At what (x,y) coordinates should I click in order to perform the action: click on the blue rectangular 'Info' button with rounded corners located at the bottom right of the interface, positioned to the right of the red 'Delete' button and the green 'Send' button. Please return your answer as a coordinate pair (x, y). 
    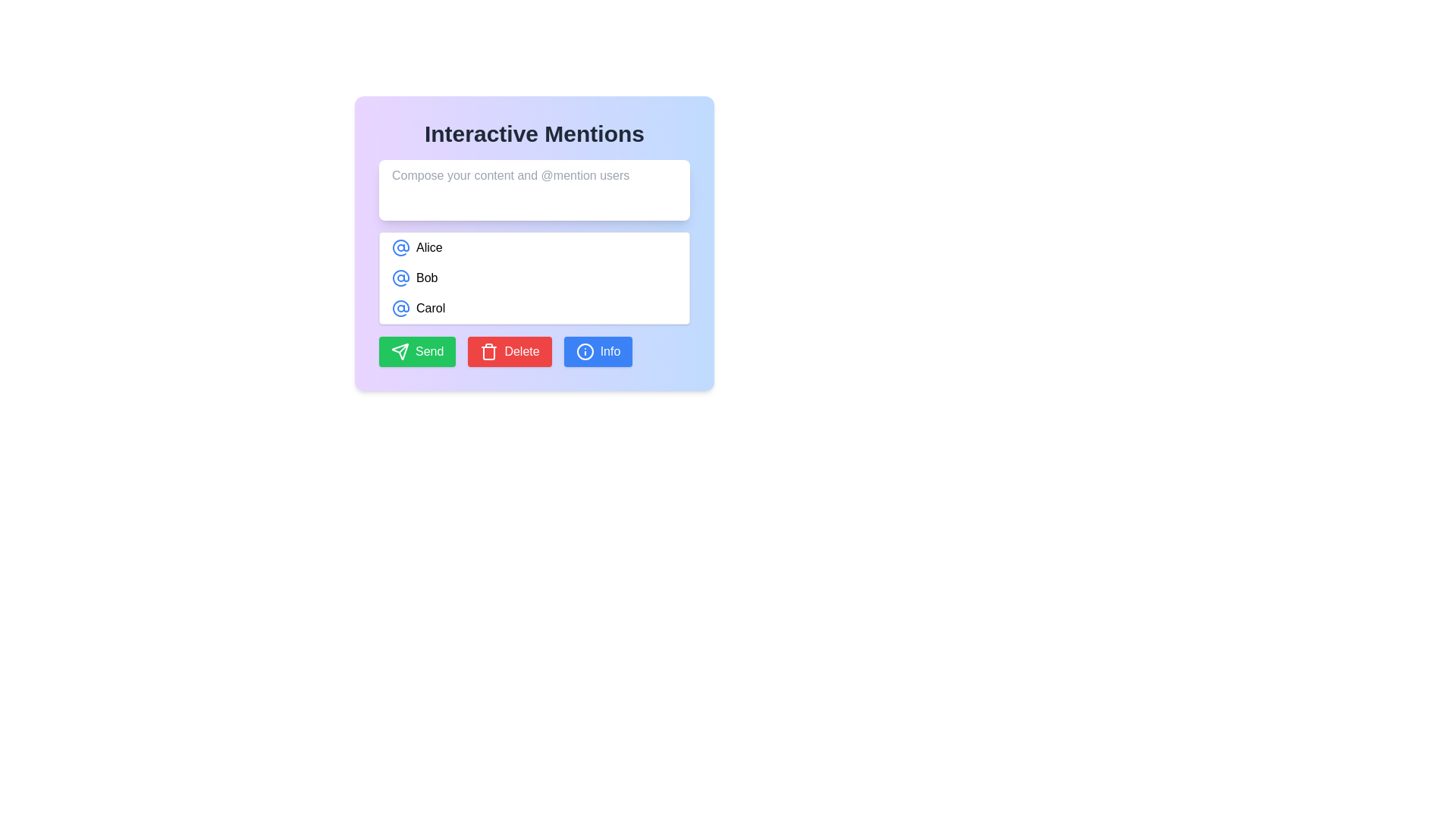
    Looking at the image, I should click on (597, 351).